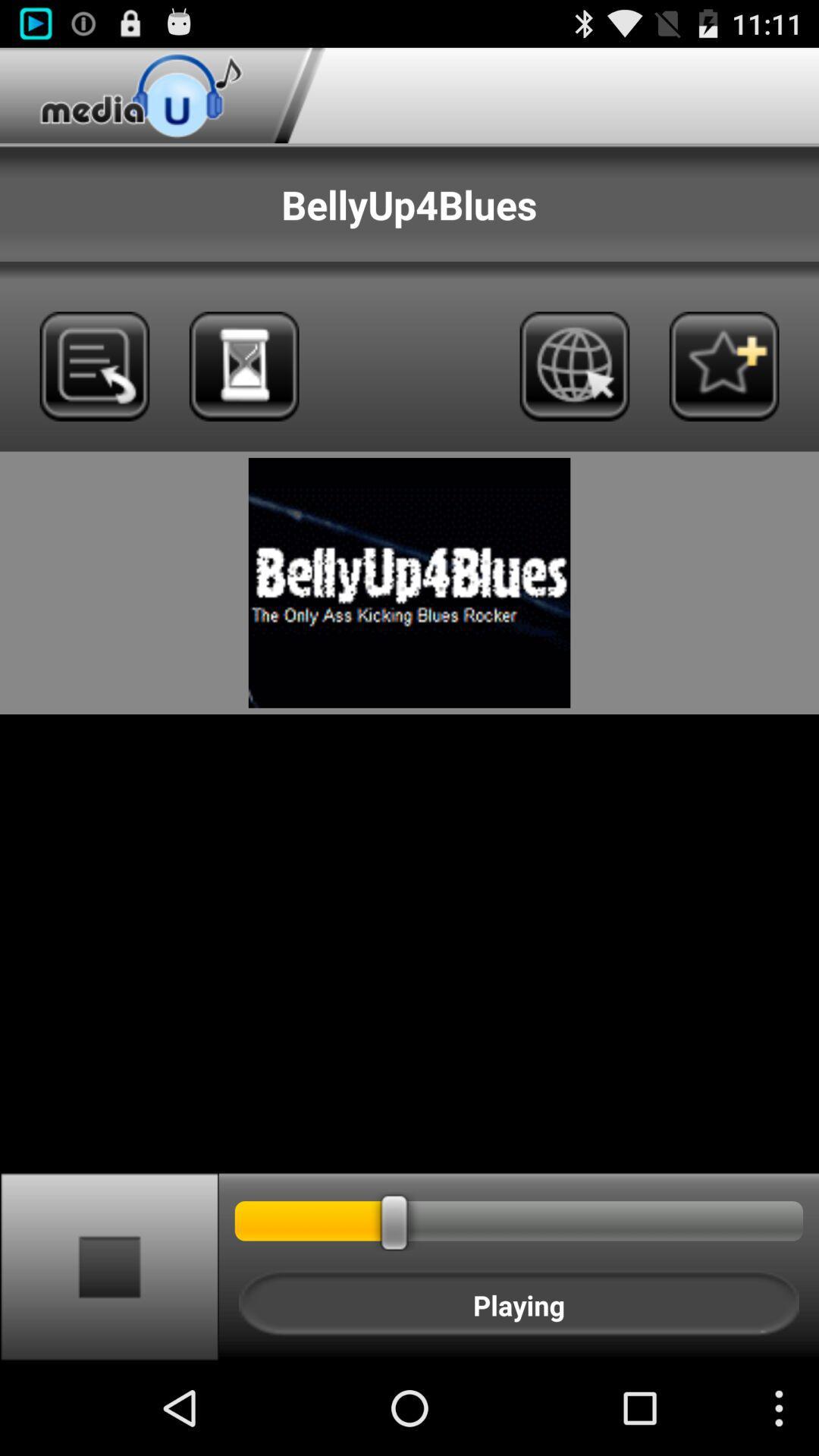  I want to click on count down option clock radio, so click(243, 366).